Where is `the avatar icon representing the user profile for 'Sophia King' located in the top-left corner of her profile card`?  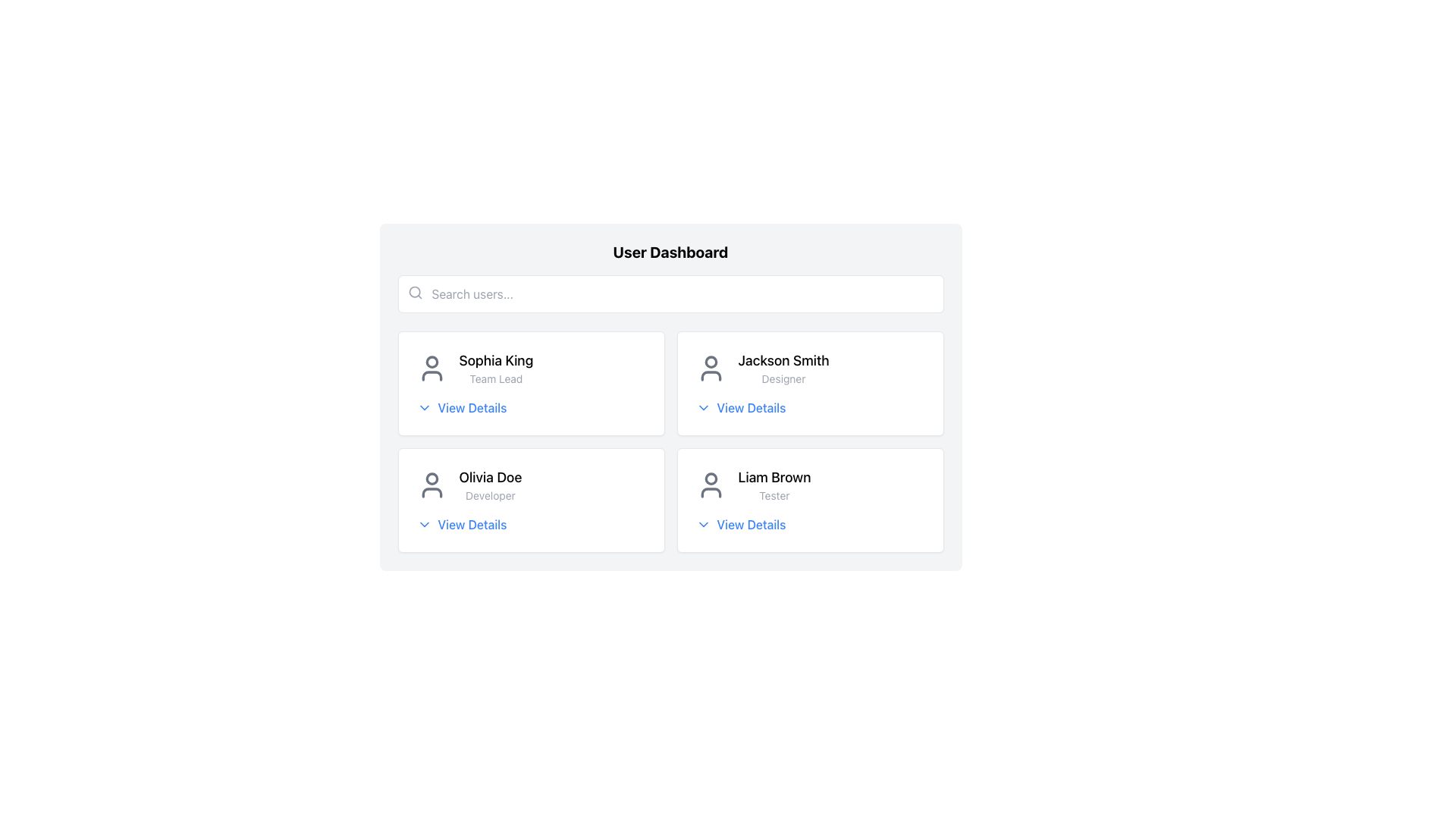 the avatar icon representing the user profile for 'Sophia King' located in the top-left corner of her profile card is located at coordinates (431, 369).